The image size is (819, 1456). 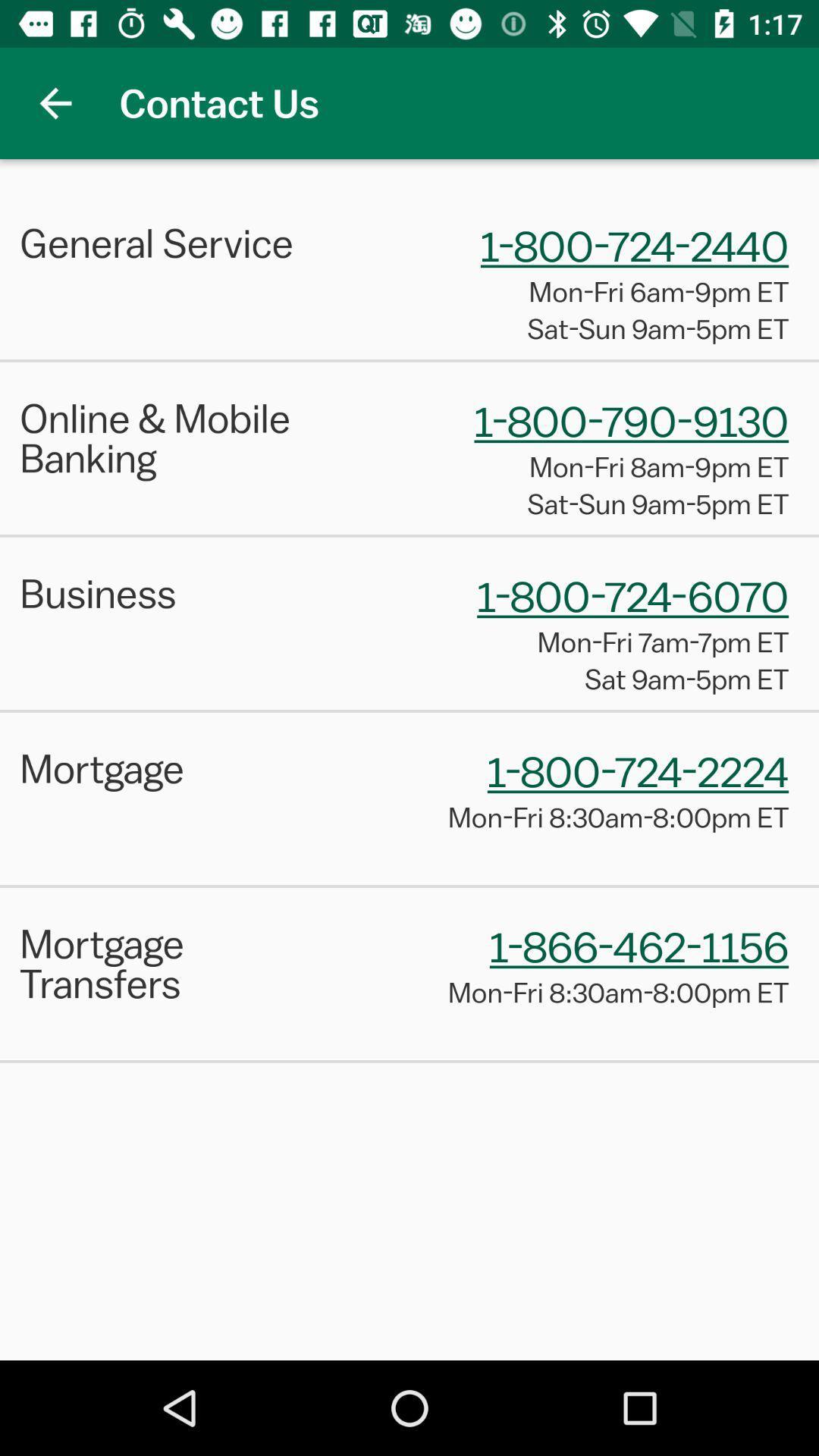 I want to click on the item above mortgage, so click(x=409, y=710).